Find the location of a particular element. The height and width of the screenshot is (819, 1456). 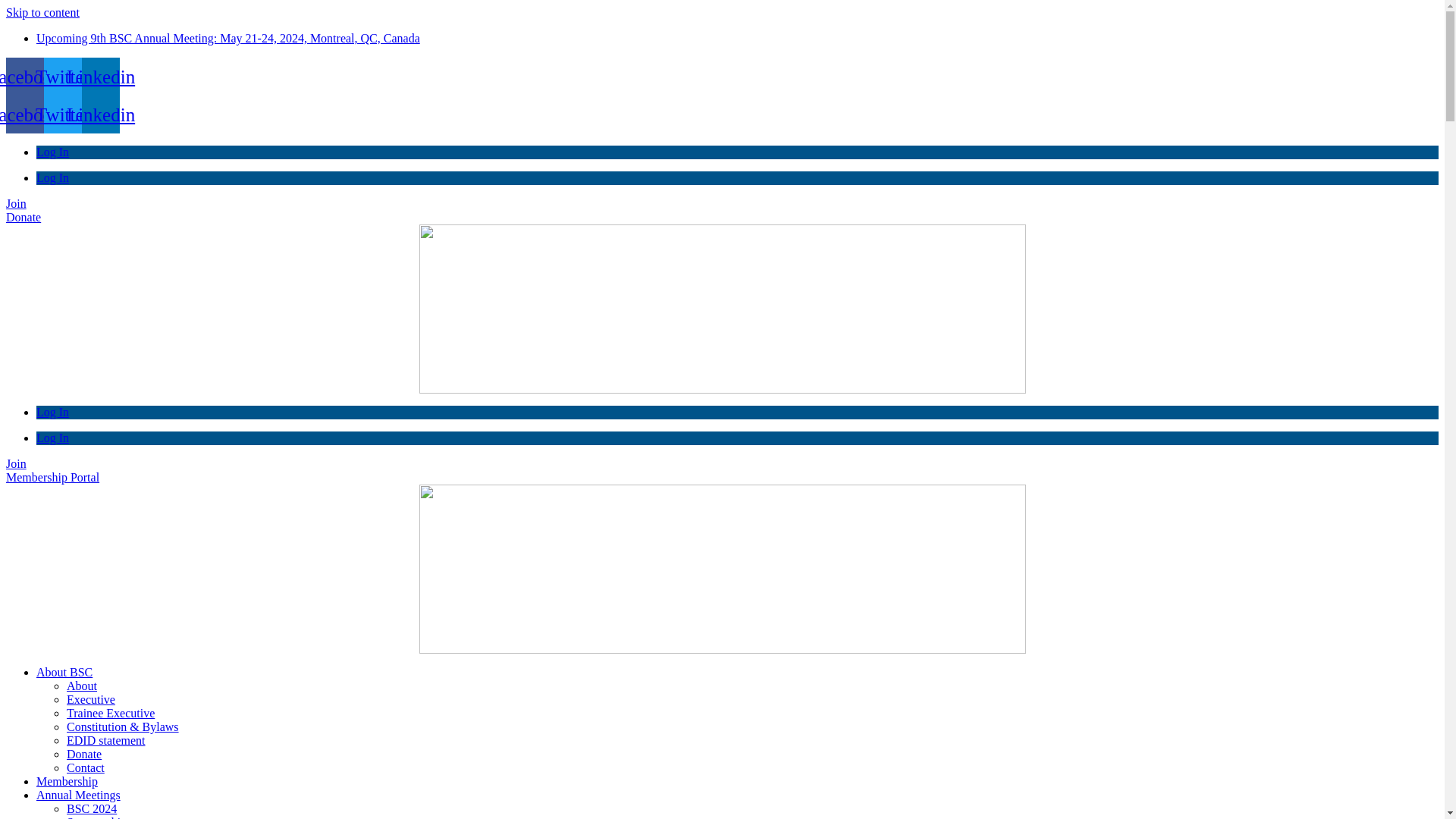

'Membership' is located at coordinates (66, 781).